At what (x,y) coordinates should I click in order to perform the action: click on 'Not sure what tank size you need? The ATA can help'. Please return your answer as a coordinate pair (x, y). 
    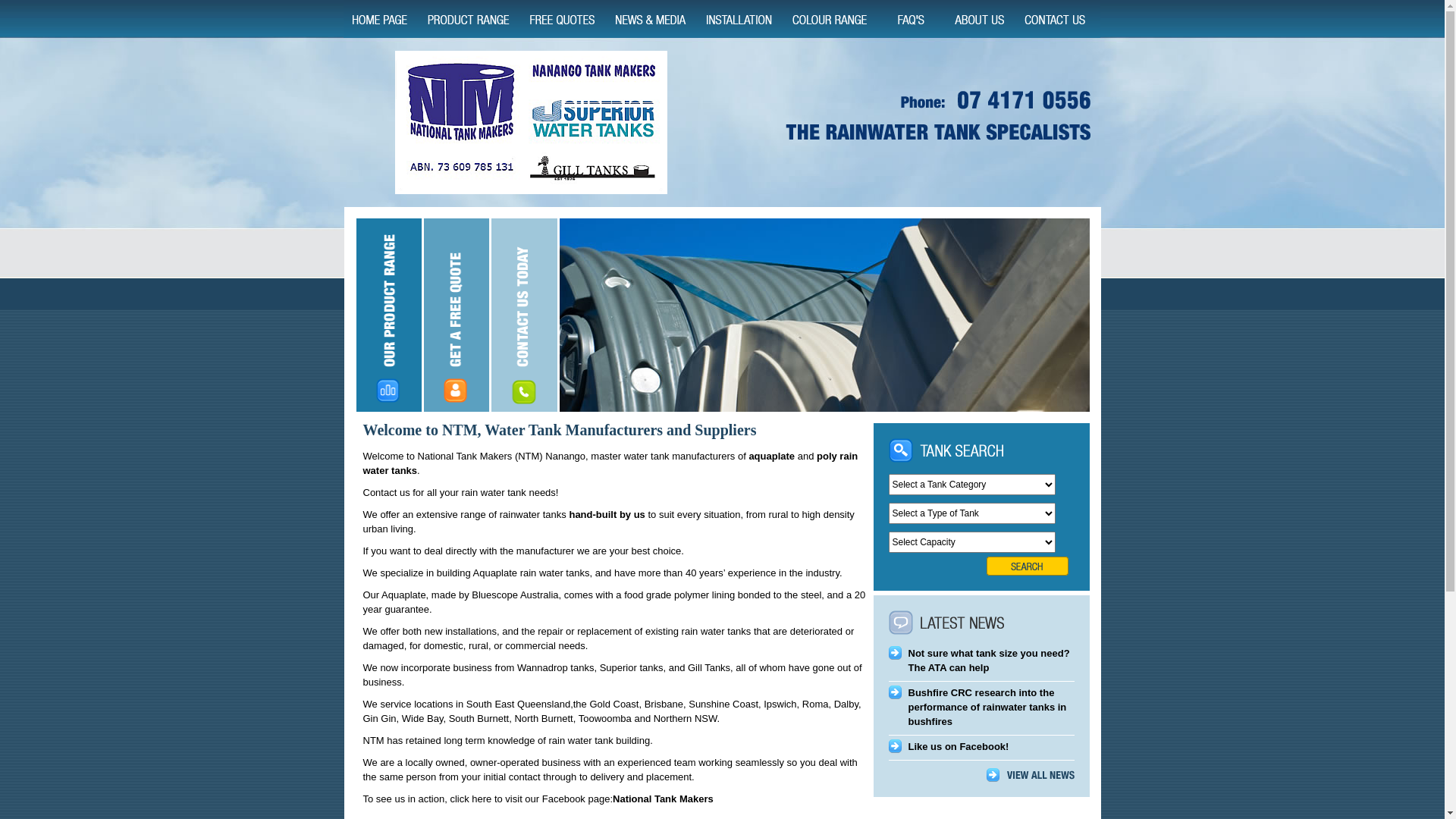
    Looking at the image, I should click on (989, 660).